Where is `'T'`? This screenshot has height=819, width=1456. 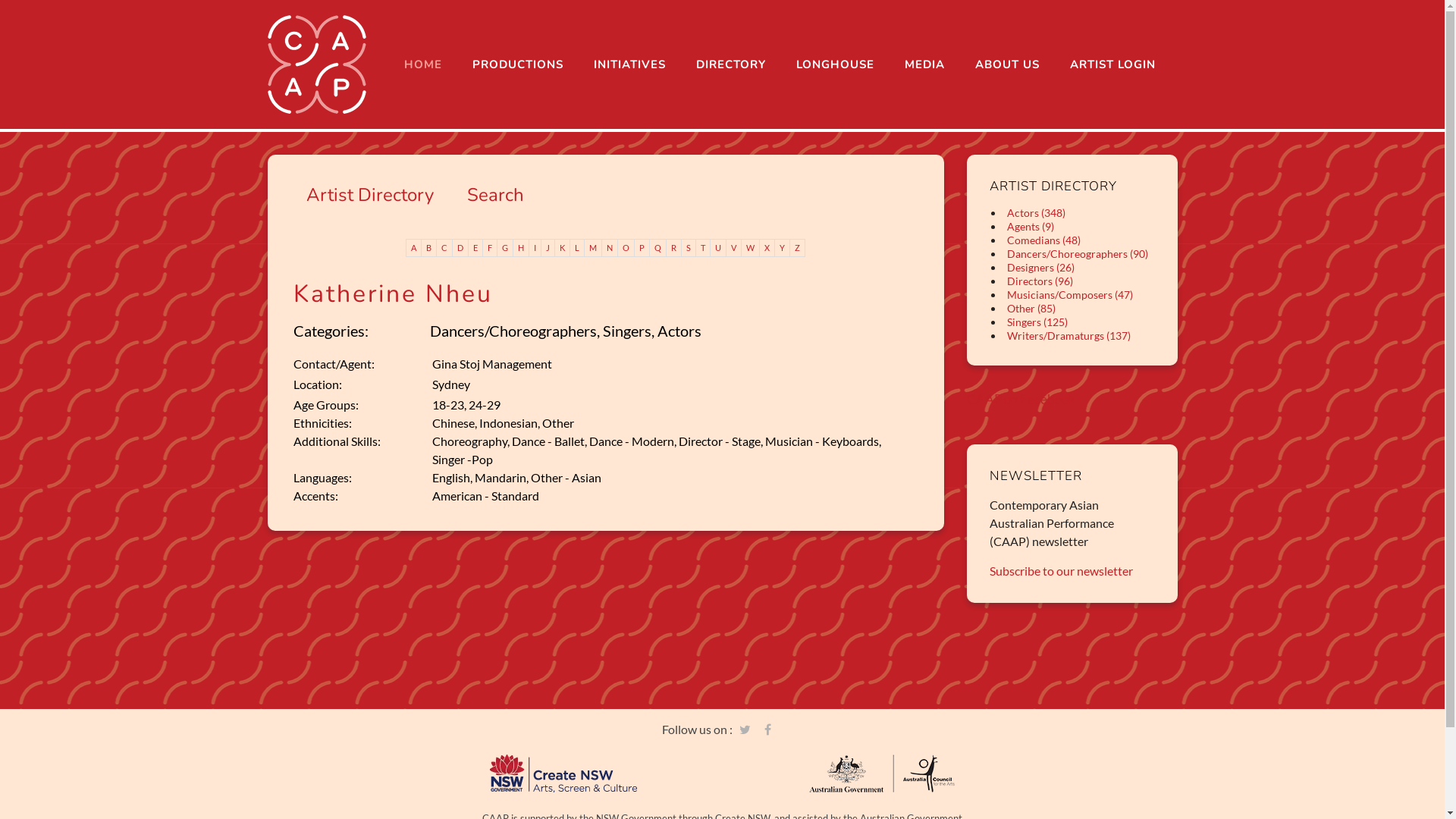 'T' is located at coordinates (702, 247).